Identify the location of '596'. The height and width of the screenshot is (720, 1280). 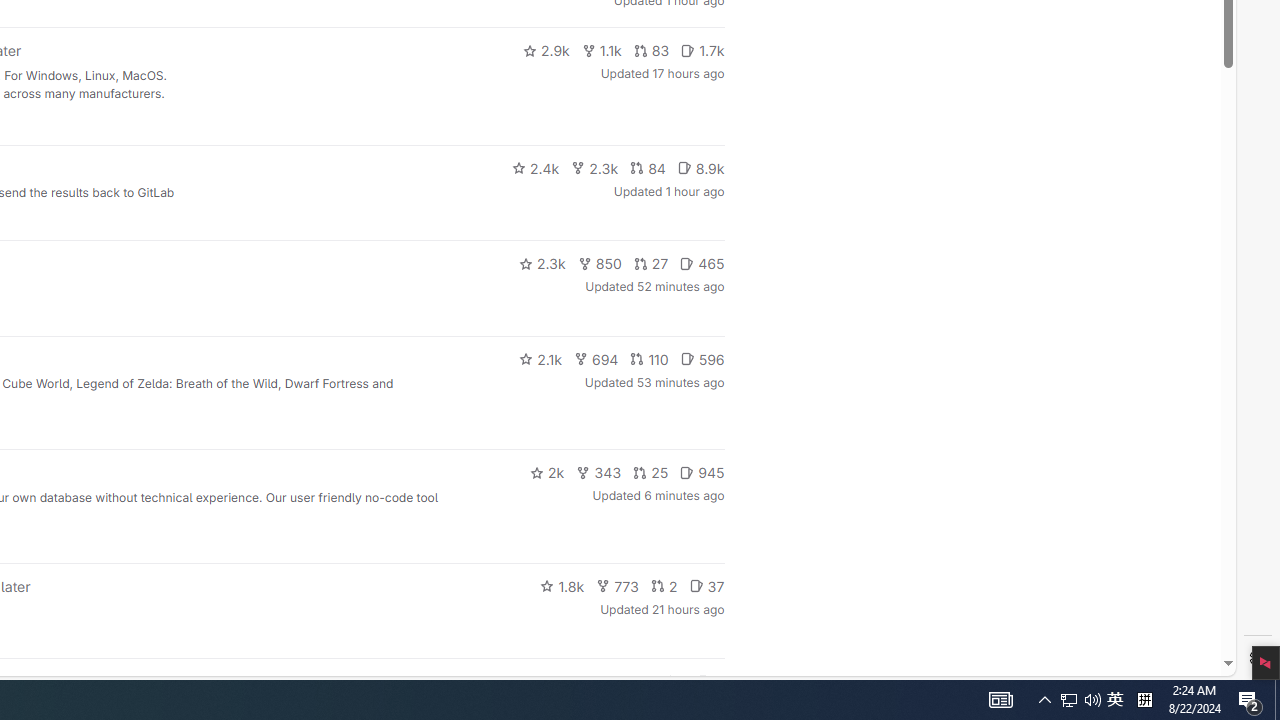
(702, 357).